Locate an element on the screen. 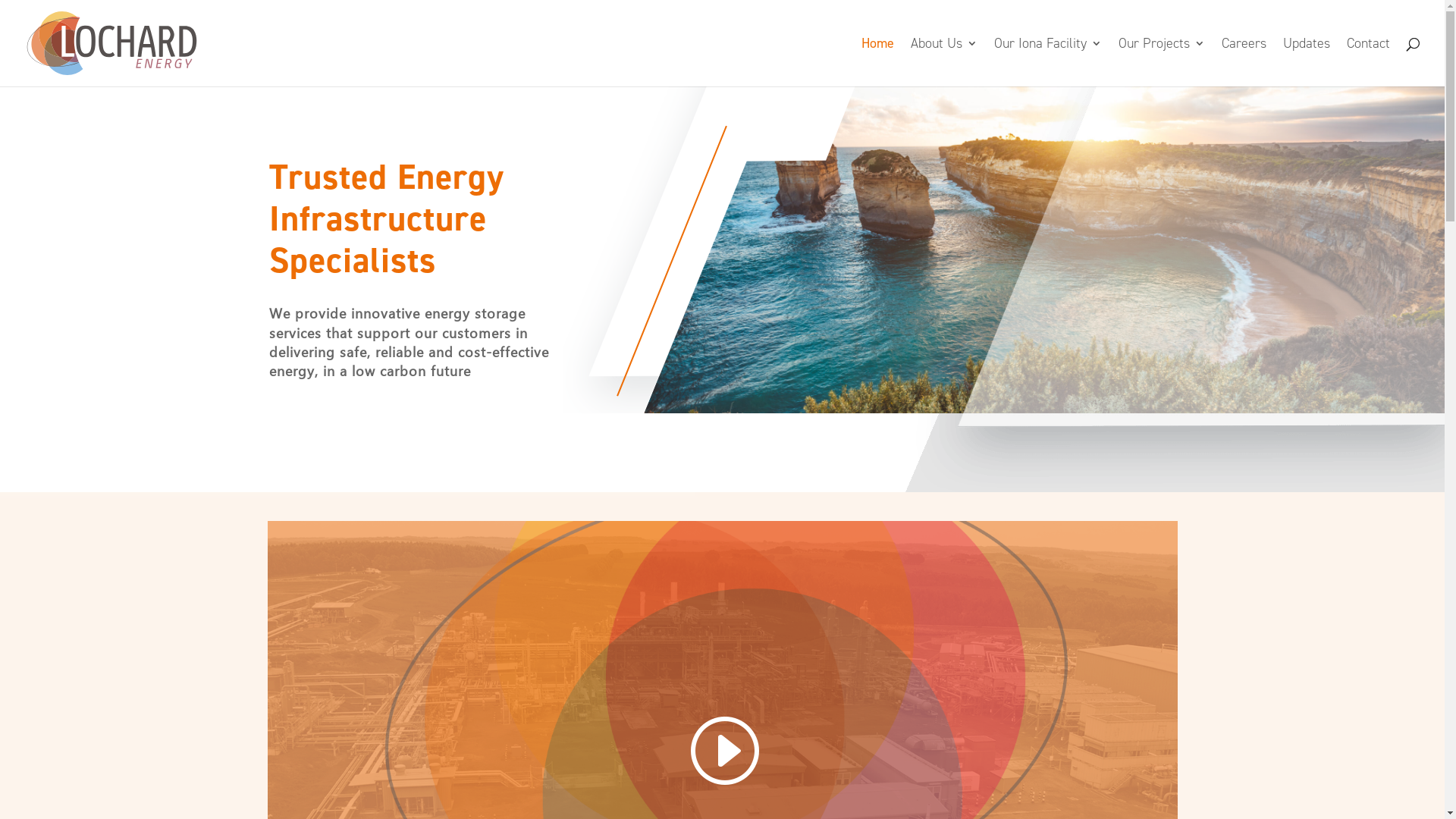 This screenshot has height=819, width=1456. 'Careers' is located at coordinates (1222, 61).